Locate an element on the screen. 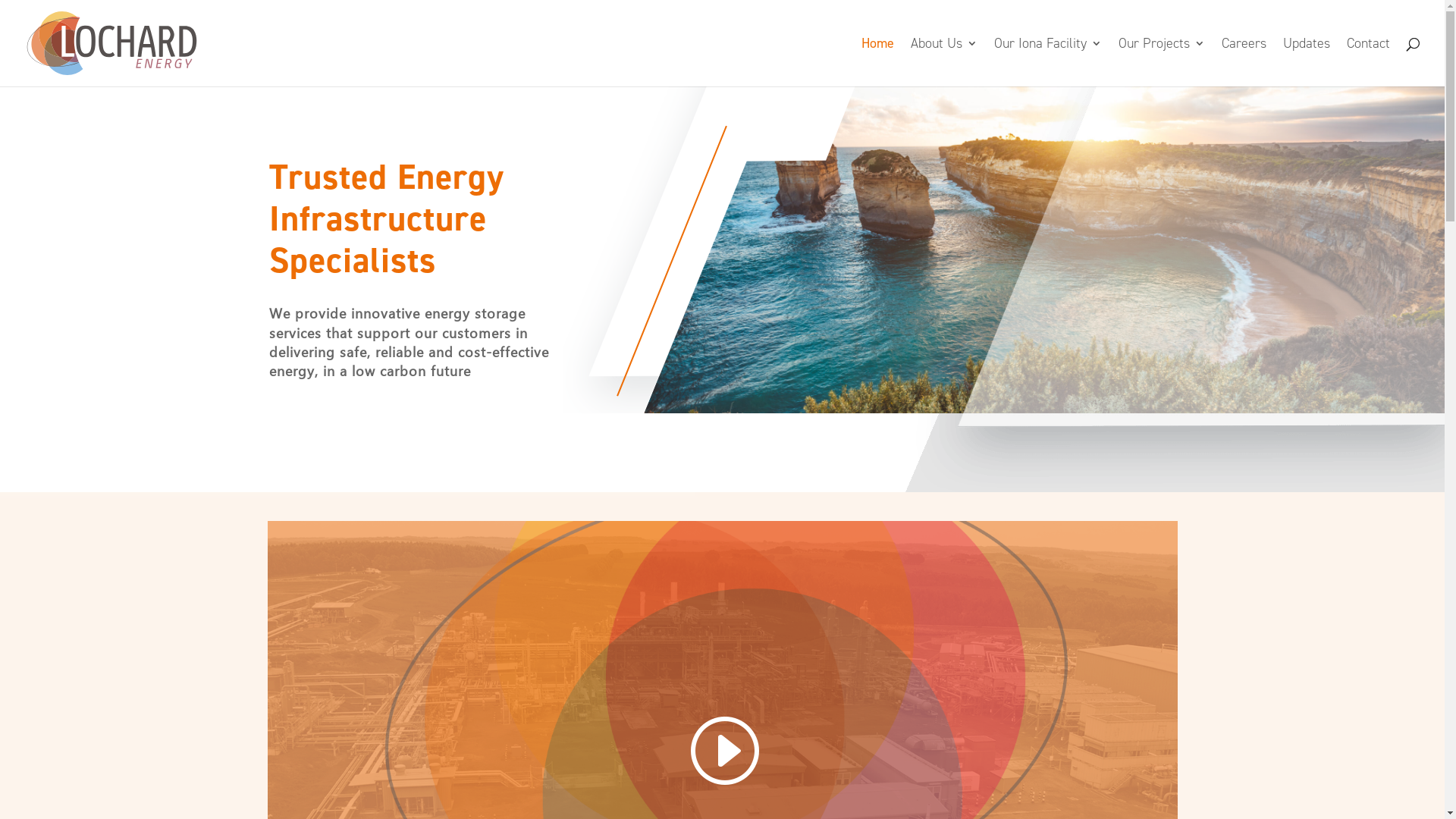 This screenshot has height=819, width=1456. 'Careers' is located at coordinates (1222, 61).